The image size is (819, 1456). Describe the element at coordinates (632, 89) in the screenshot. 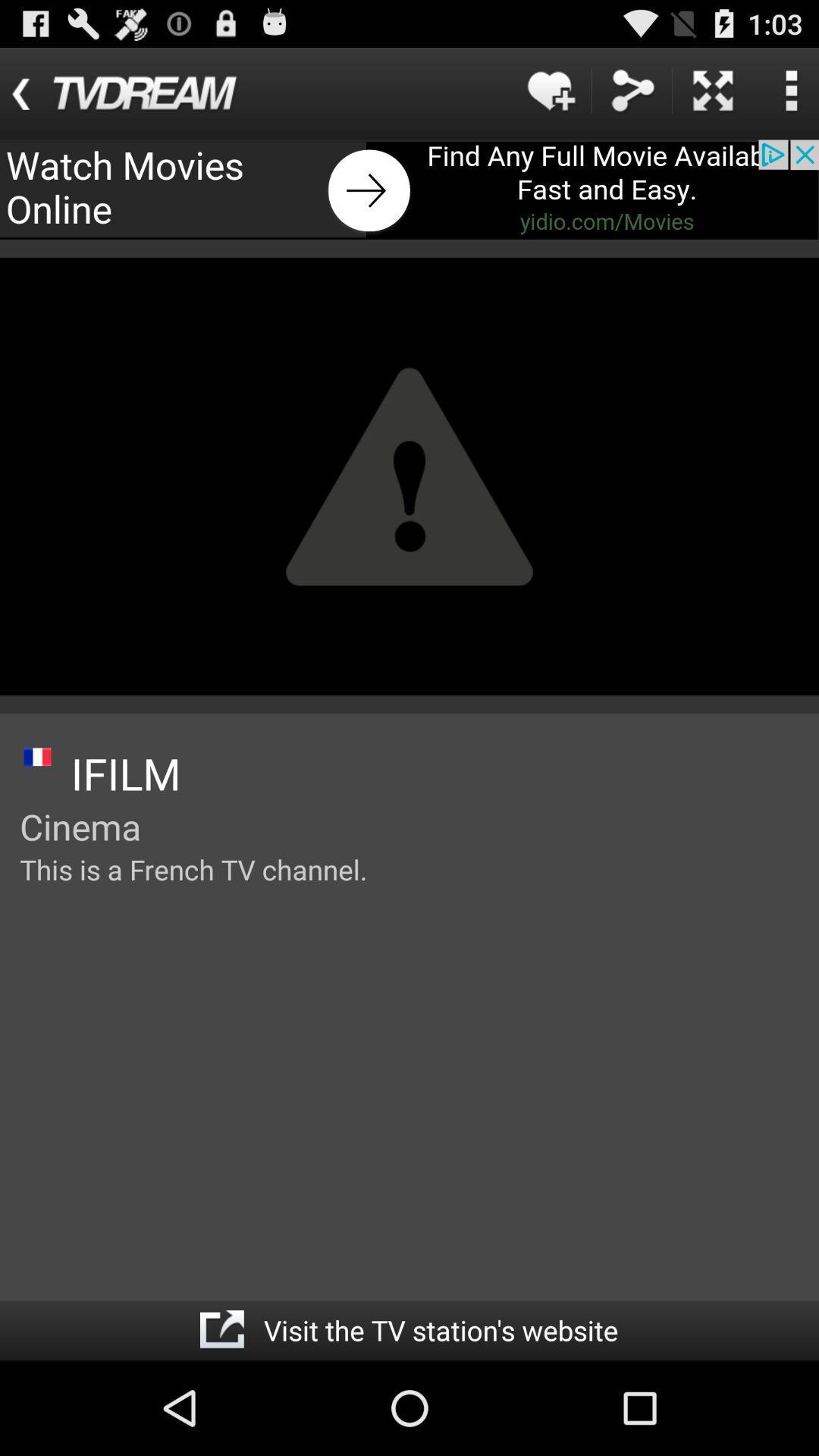

I see `share` at that location.